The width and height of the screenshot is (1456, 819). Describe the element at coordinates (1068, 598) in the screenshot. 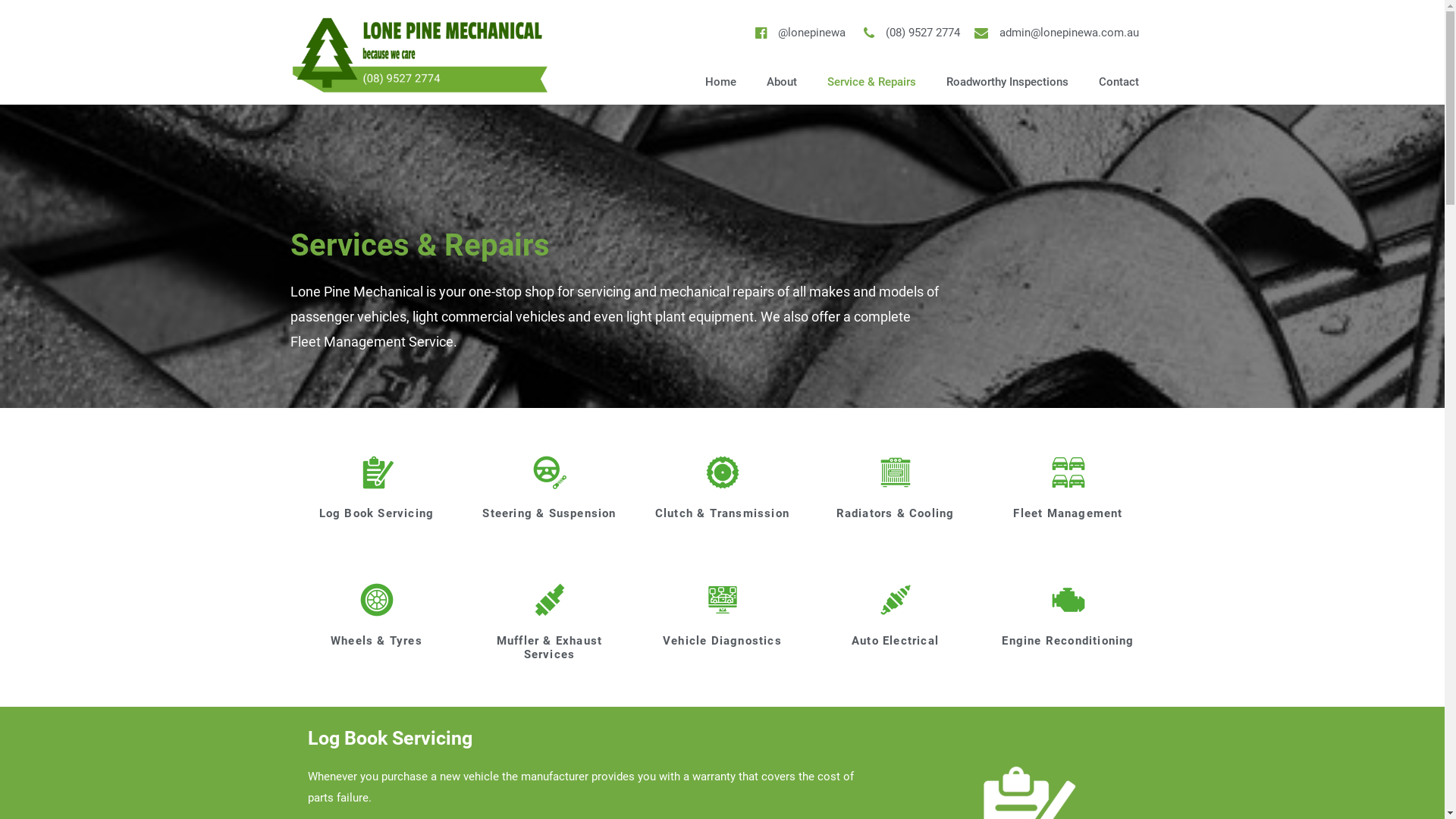

I see `'engine green'` at that location.